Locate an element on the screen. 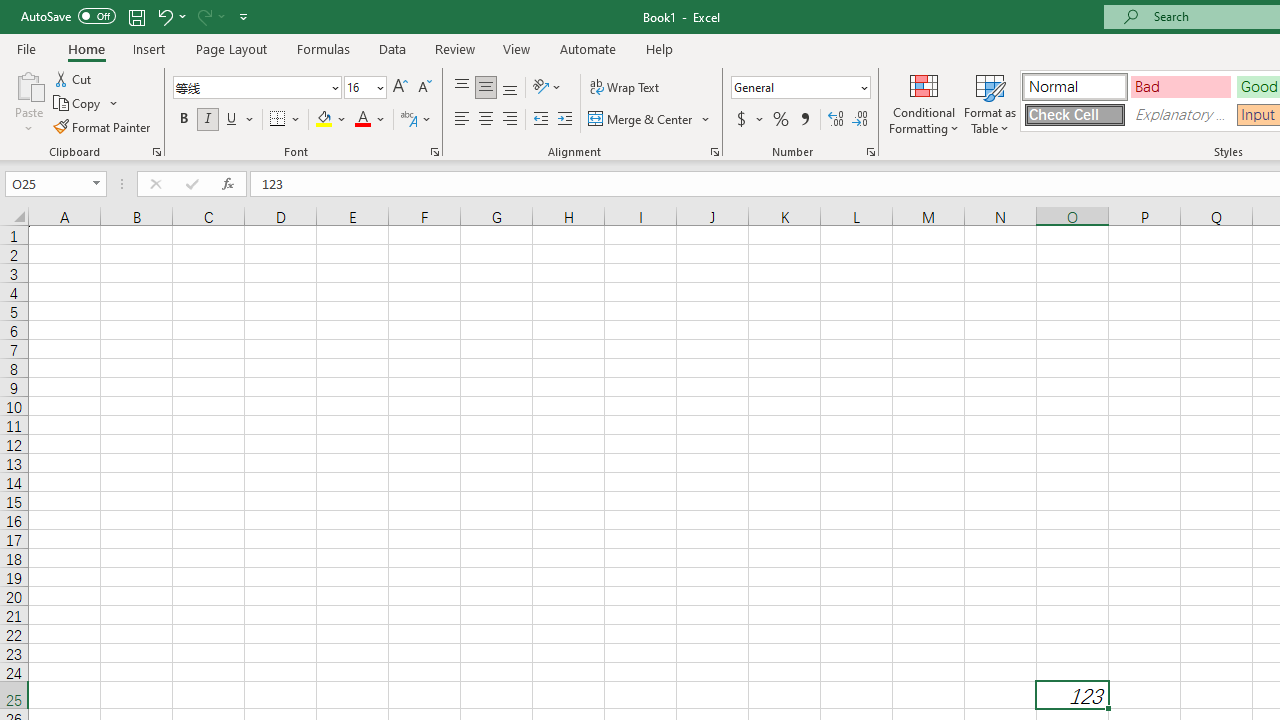 The width and height of the screenshot is (1280, 720). 'Orientation' is located at coordinates (547, 86).